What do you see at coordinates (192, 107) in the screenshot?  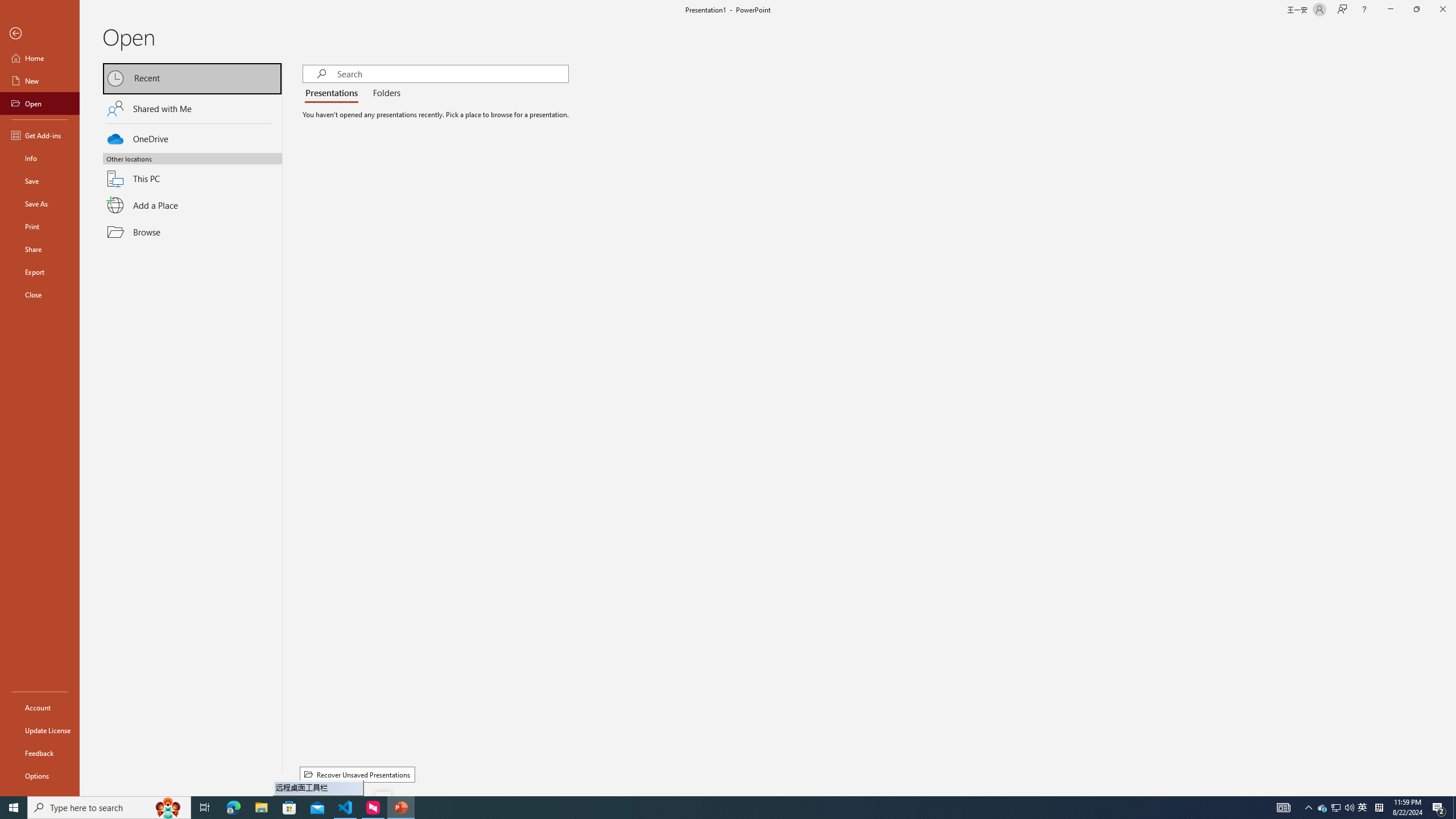 I see `'Shared with Me'` at bounding box center [192, 107].